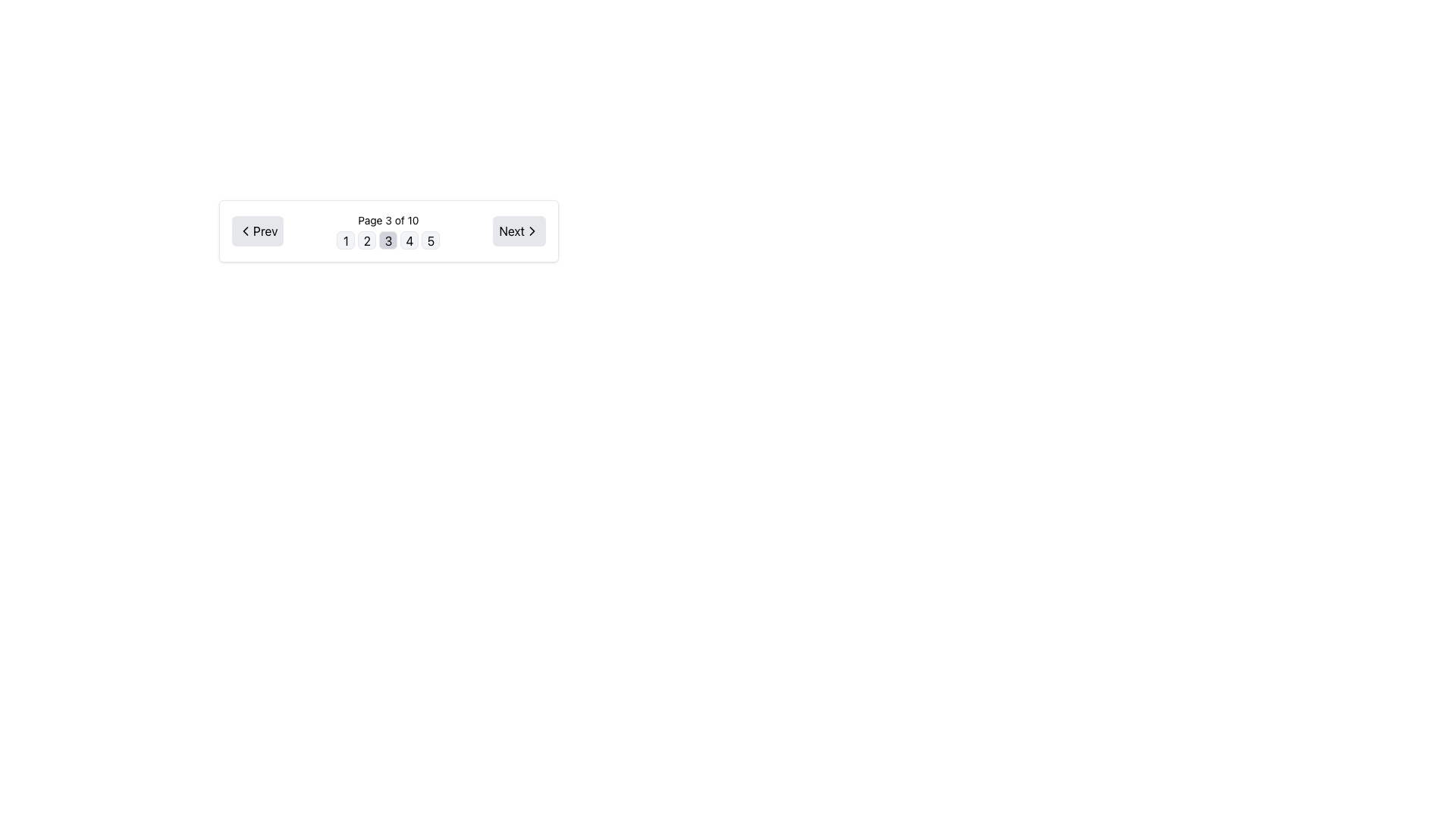 This screenshot has width=1456, height=819. Describe the element at coordinates (532, 231) in the screenshot. I see `the navigation button containing the right-pointing chevron icon beside the text 'Next'` at that location.